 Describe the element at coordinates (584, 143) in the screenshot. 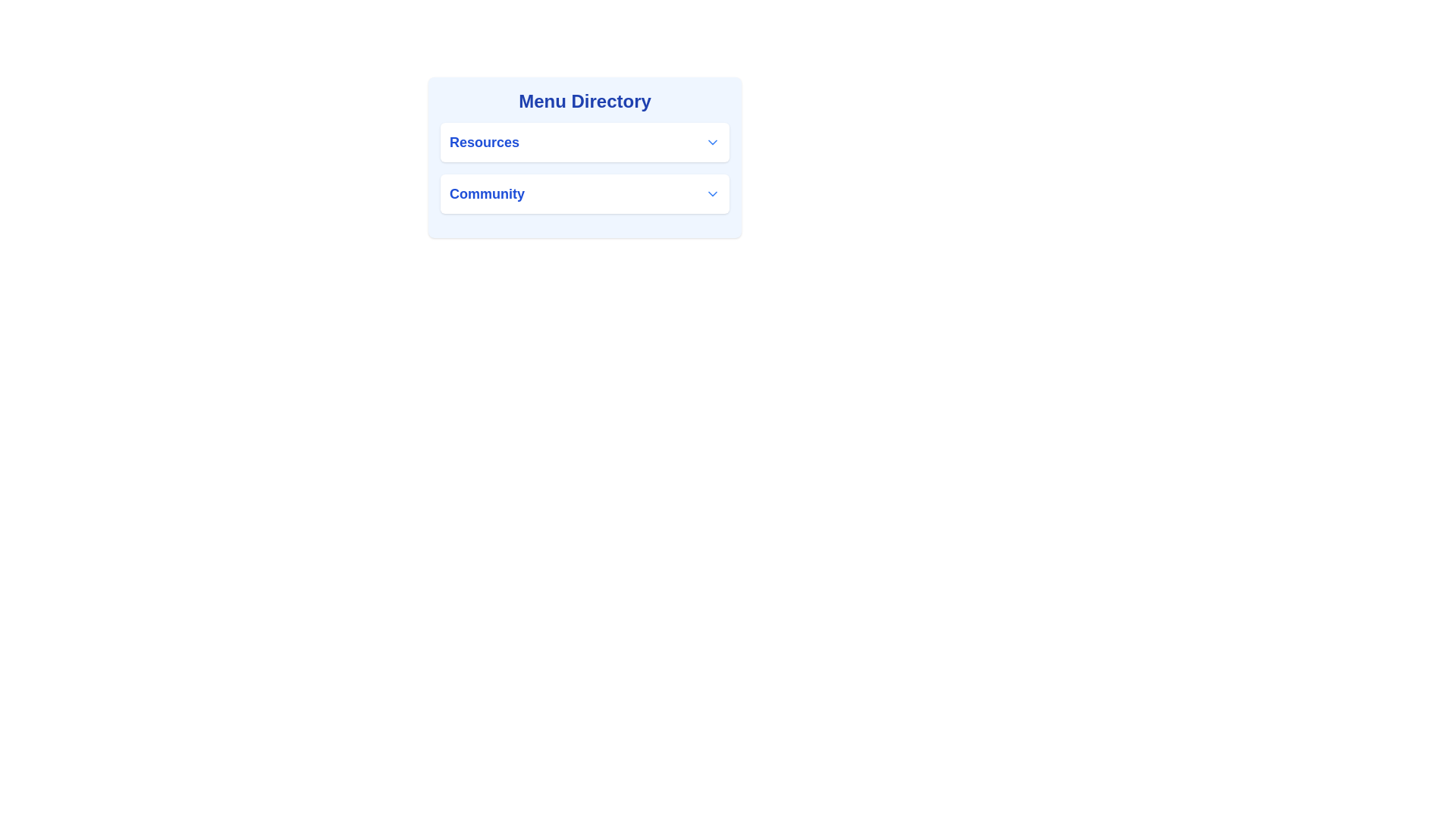

I see `the Resources menu item to trigger visual feedback` at that location.